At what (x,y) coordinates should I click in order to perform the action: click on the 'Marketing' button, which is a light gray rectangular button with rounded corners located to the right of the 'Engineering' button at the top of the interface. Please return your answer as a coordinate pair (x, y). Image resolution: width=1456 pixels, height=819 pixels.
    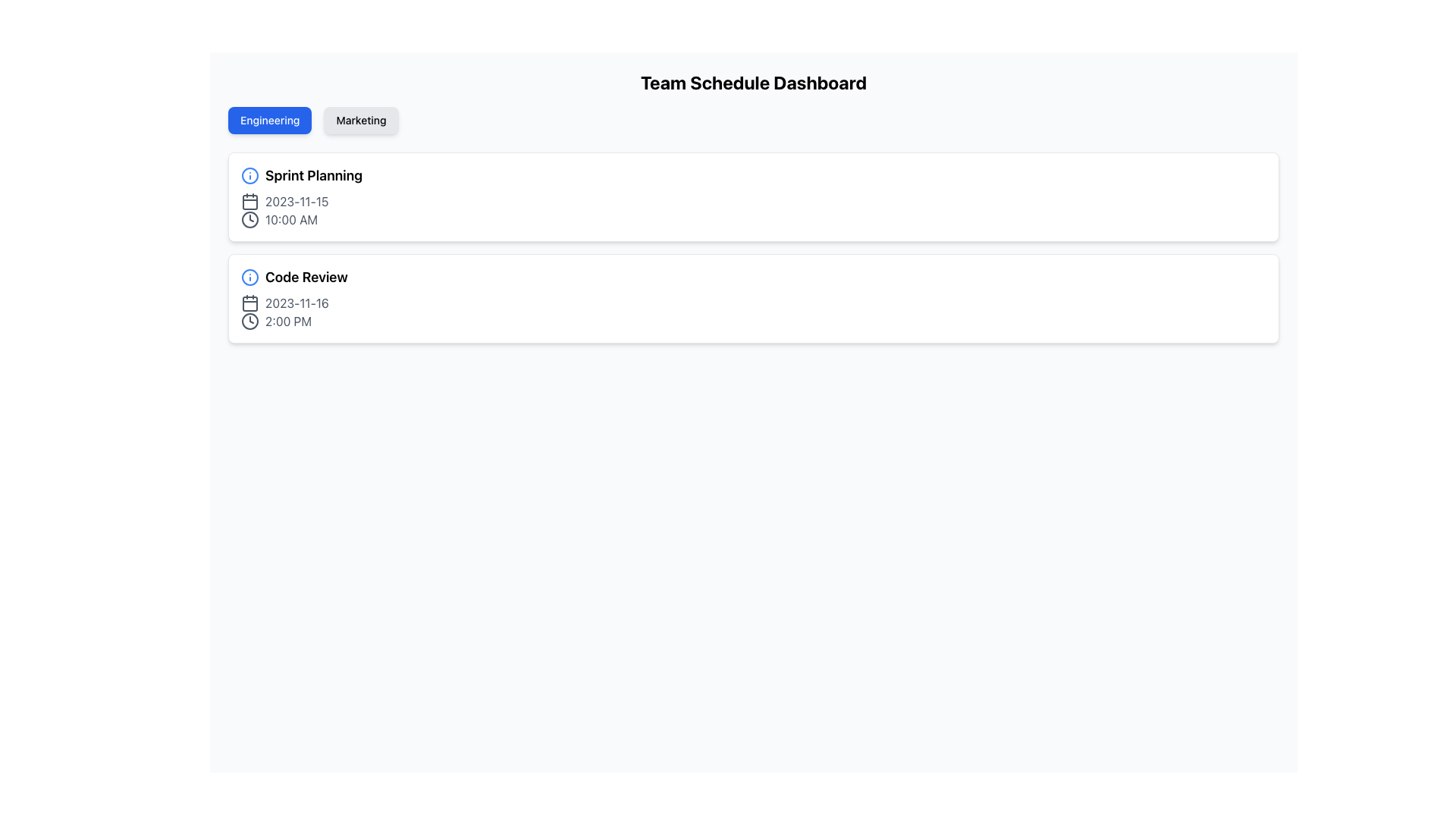
    Looking at the image, I should click on (360, 119).